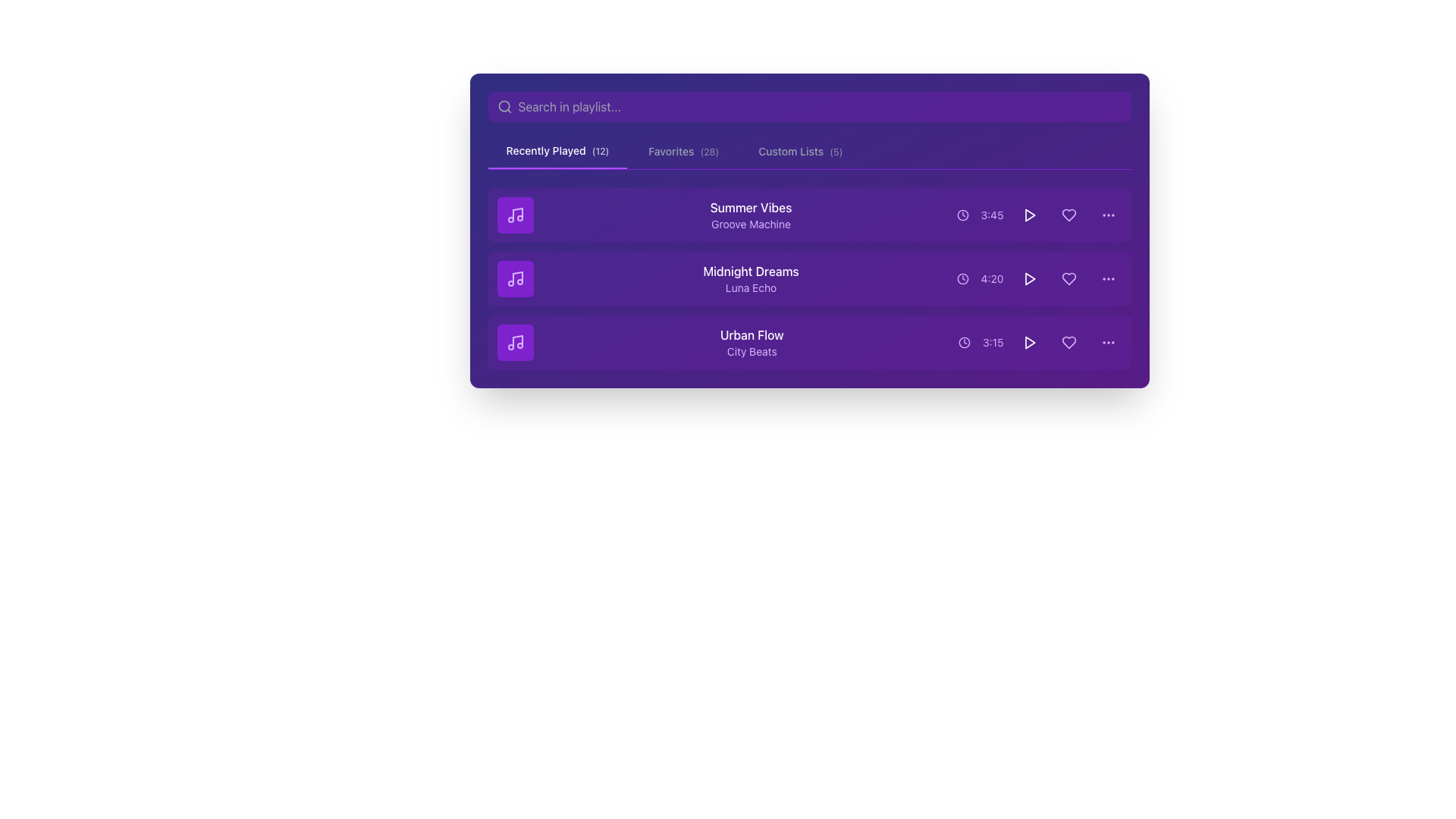  I want to click on the circular shape of the clock icon, which is part of the 'Urban Flow' playlist entry, so click(964, 342).